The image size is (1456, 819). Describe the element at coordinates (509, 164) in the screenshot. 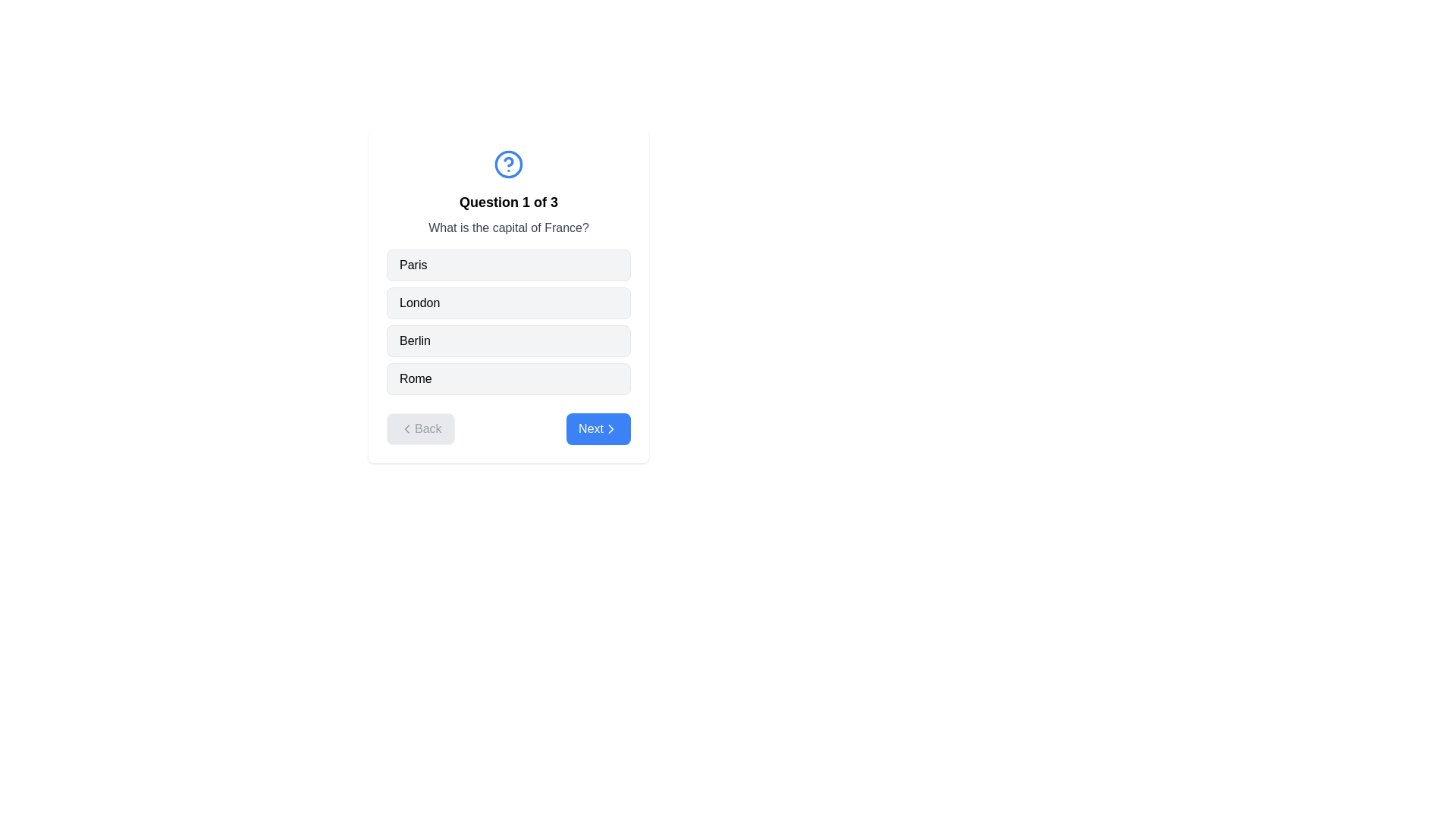

I see `the information icon located at the top of the question card layout, above the text 'Question 1 of 3'` at that location.